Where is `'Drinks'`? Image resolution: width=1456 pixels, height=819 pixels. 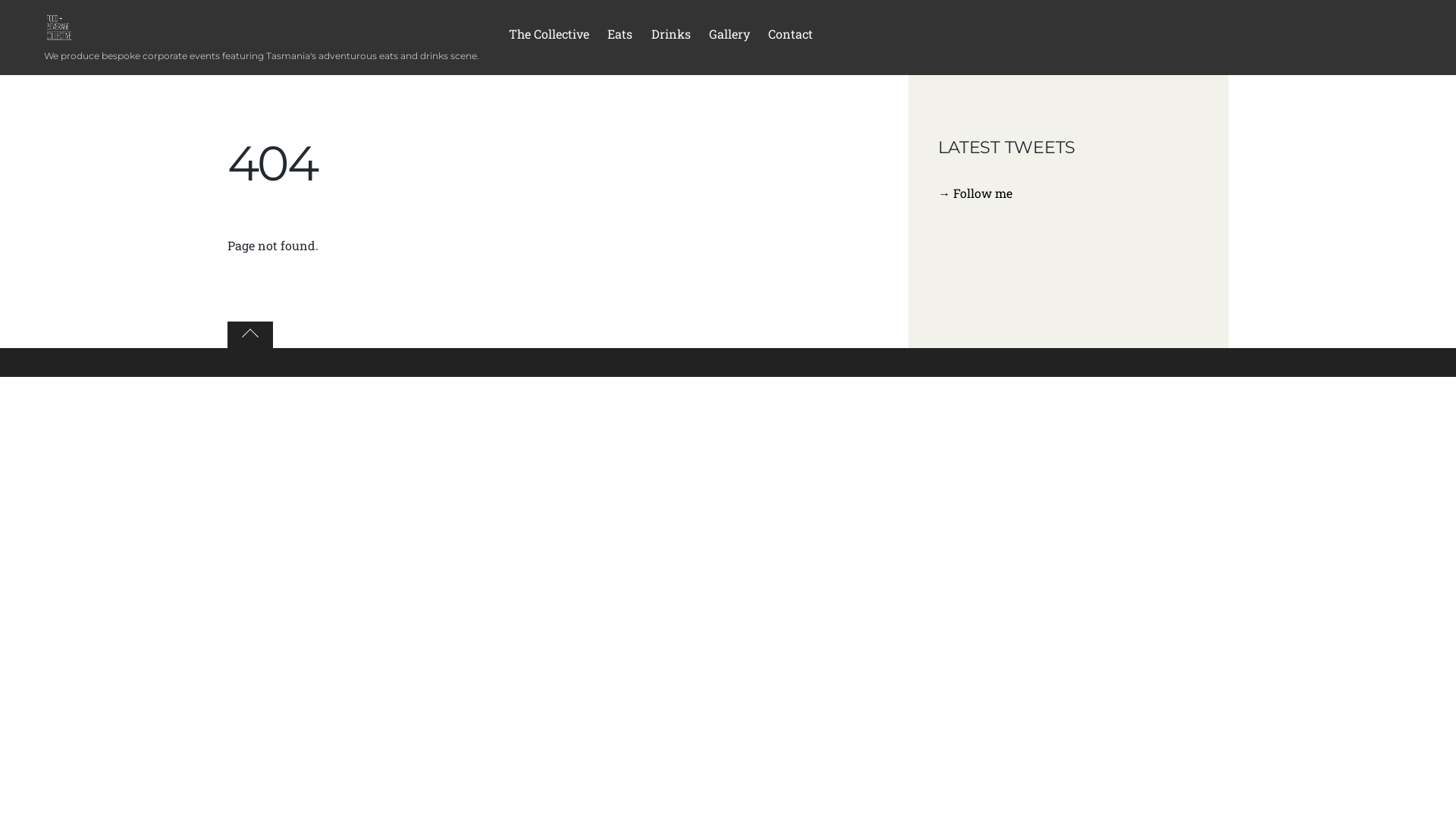 'Drinks' is located at coordinates (669, 36).